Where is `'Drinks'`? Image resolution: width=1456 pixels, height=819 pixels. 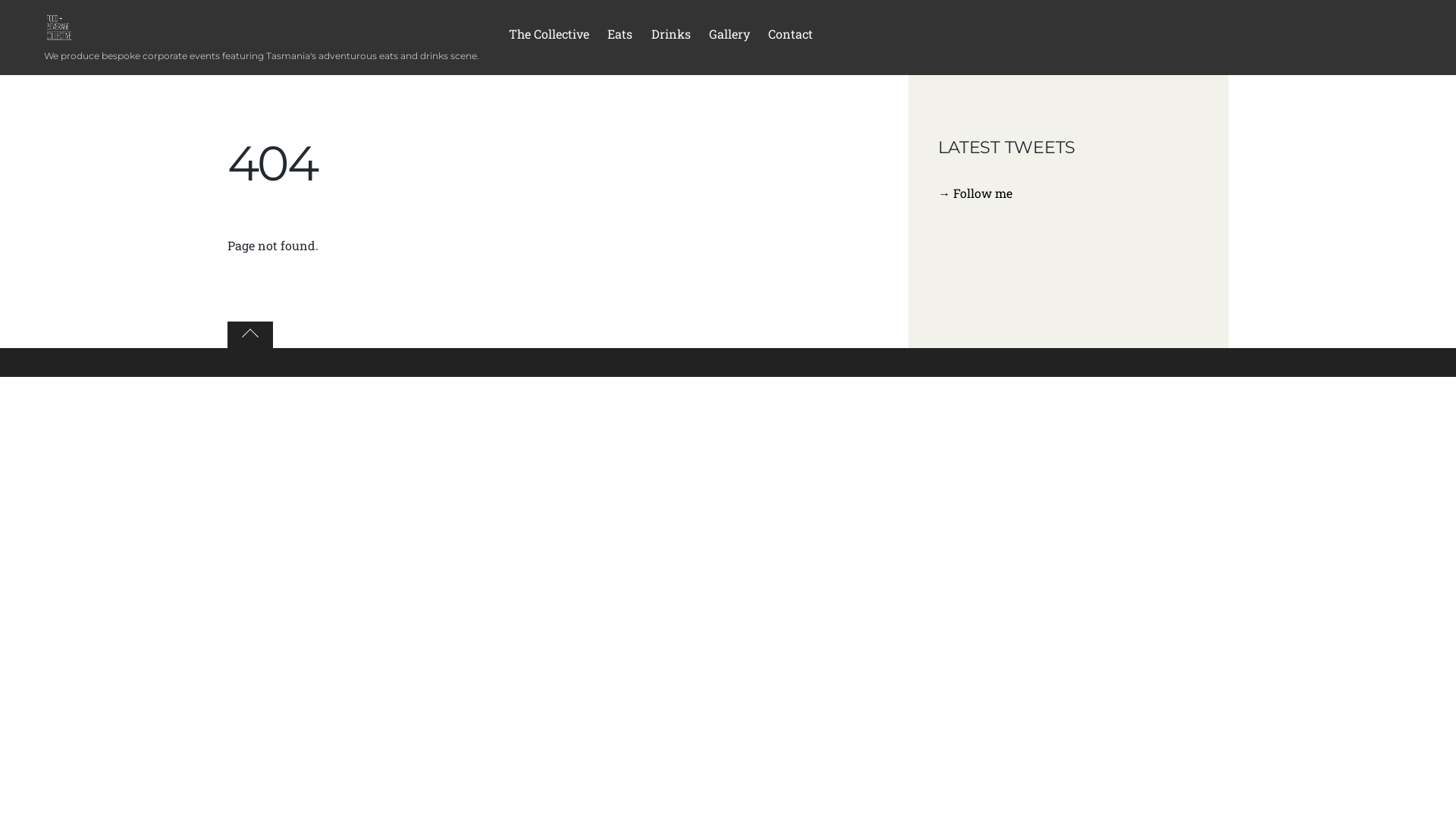 'Drinks' is located at coordinates (669, 36).